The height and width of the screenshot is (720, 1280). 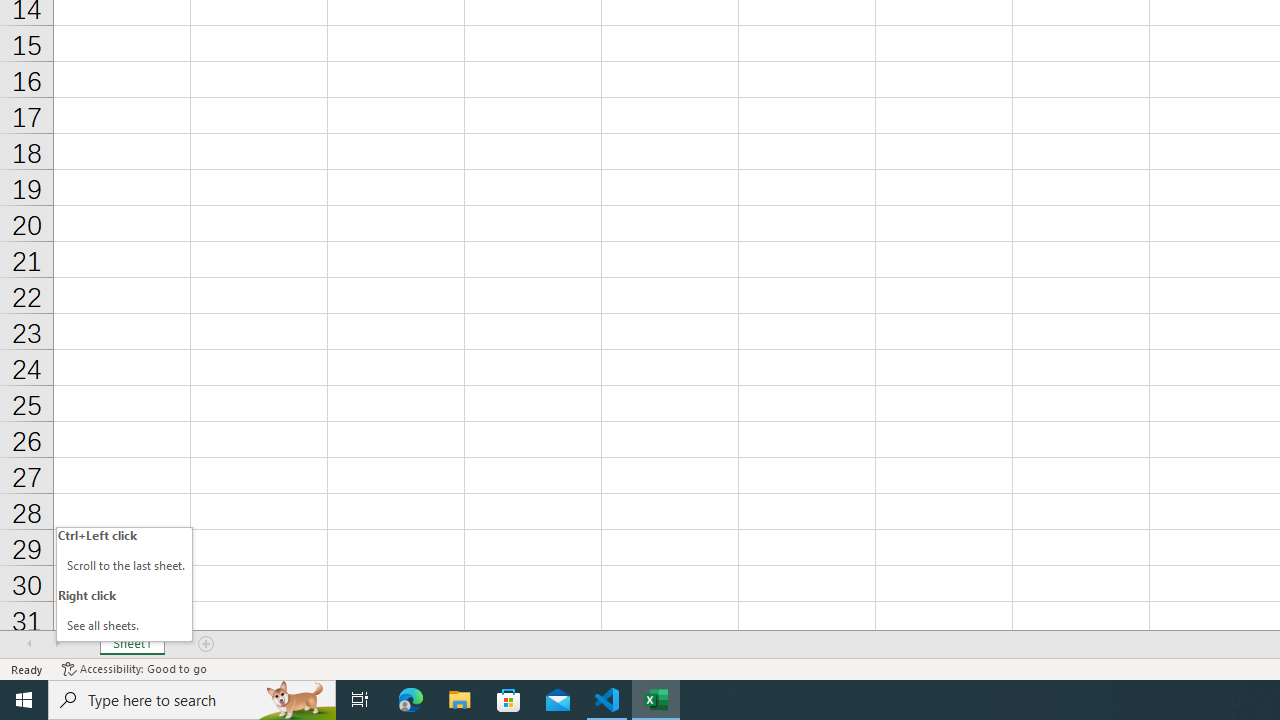 What do you see at coordinates (29, 644) in the screenshot?
I see `'Scroll Left'` at bounding box center [29, 644].